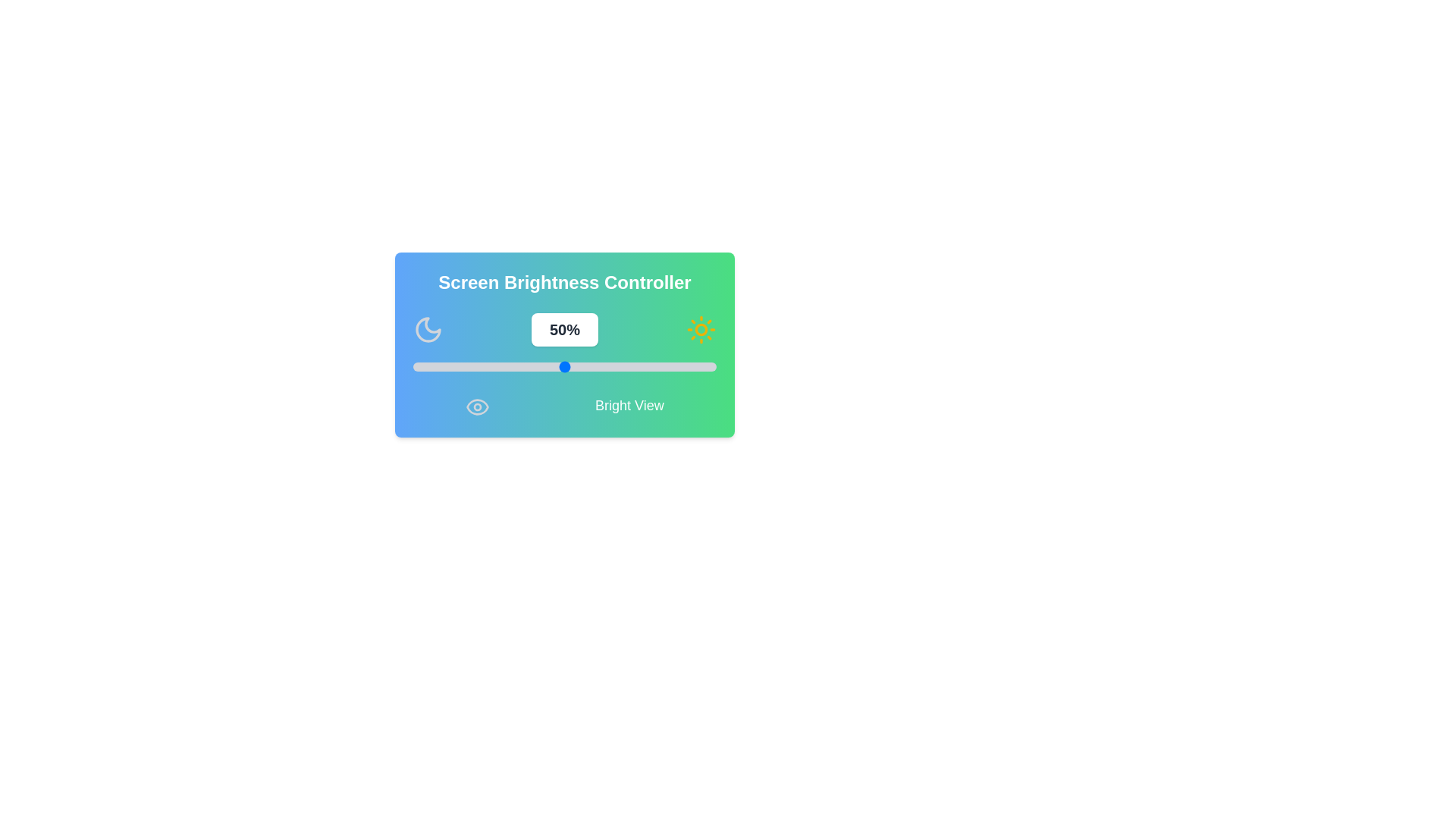 The image size is (1456, 819). Describe the element at coordinates (665, 366) in the screenshot. I see `the brightness level to 83% using the slider` at that location.